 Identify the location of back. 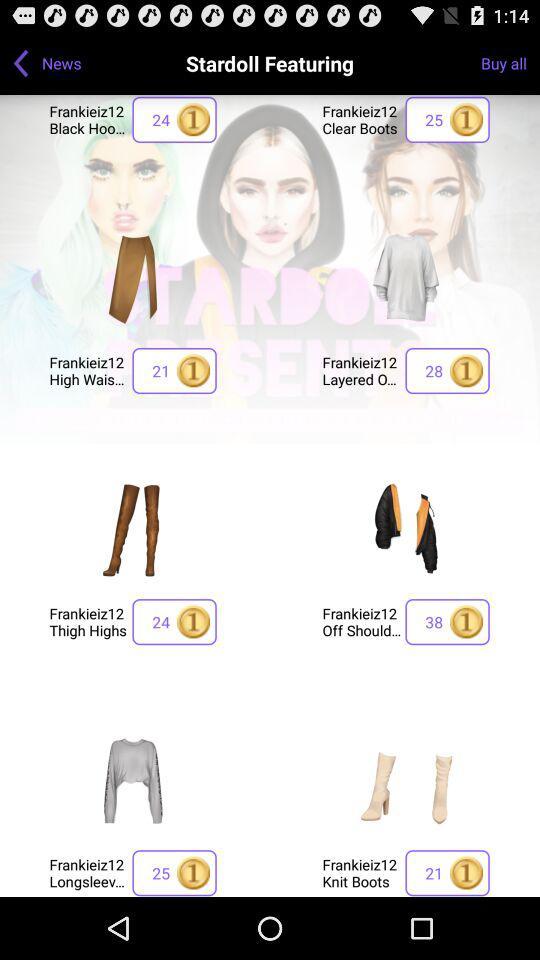
(20, 62).